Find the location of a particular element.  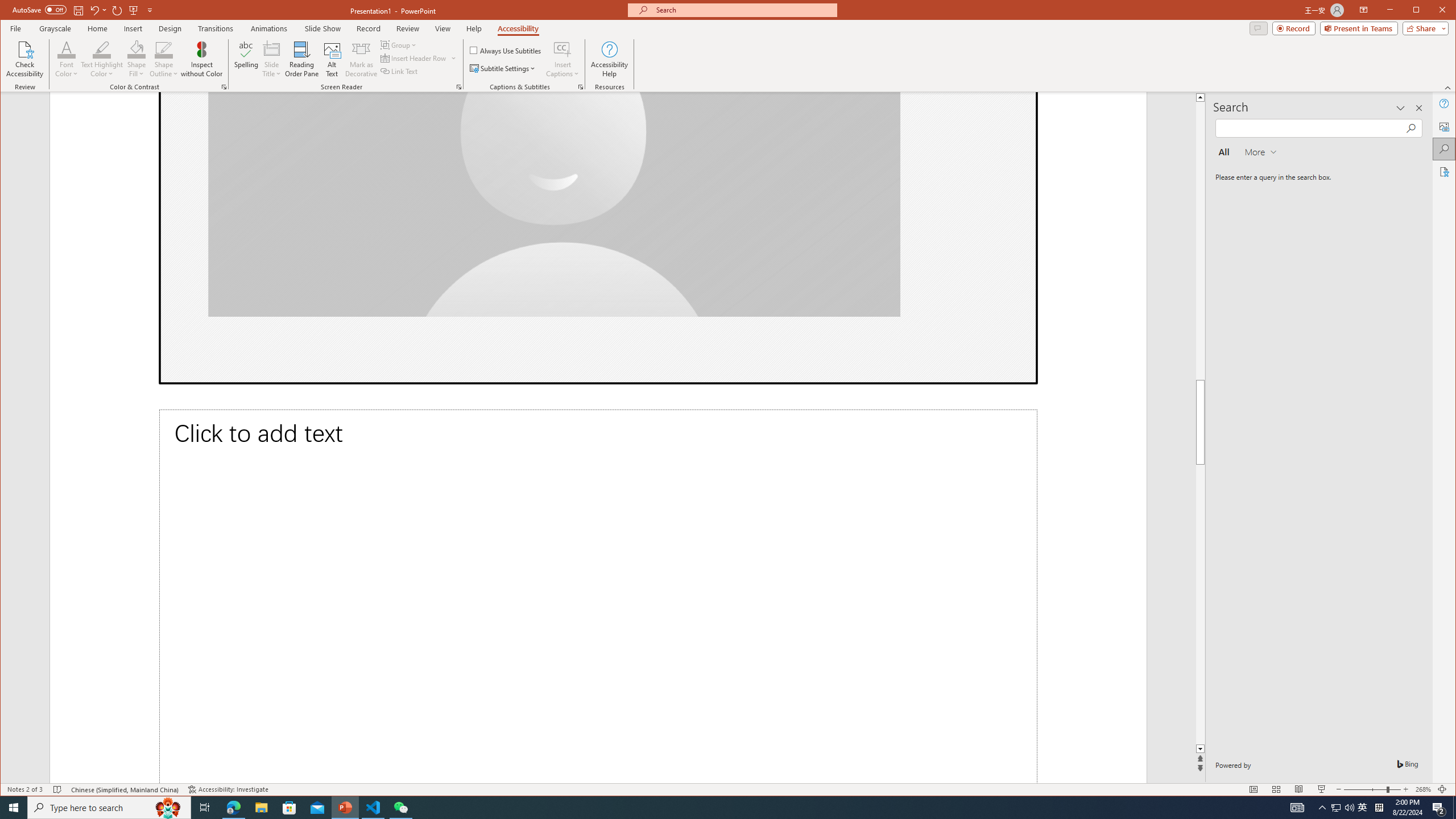

'Mark as Decorative' is located at coordinates (360, 59).